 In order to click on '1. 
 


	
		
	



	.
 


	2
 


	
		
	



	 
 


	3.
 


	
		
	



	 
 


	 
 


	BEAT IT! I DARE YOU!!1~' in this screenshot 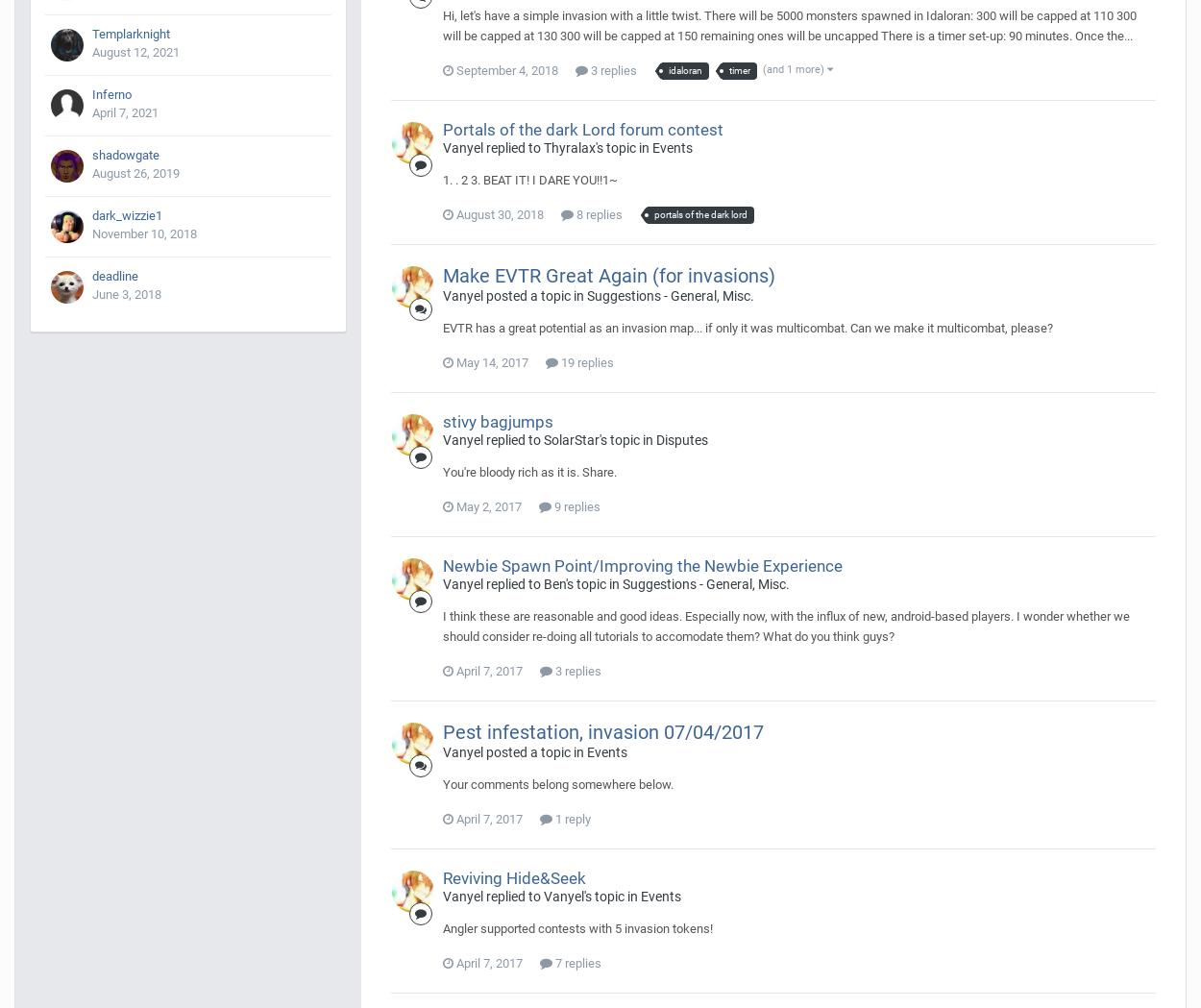, I will do `click(530, 178)`.